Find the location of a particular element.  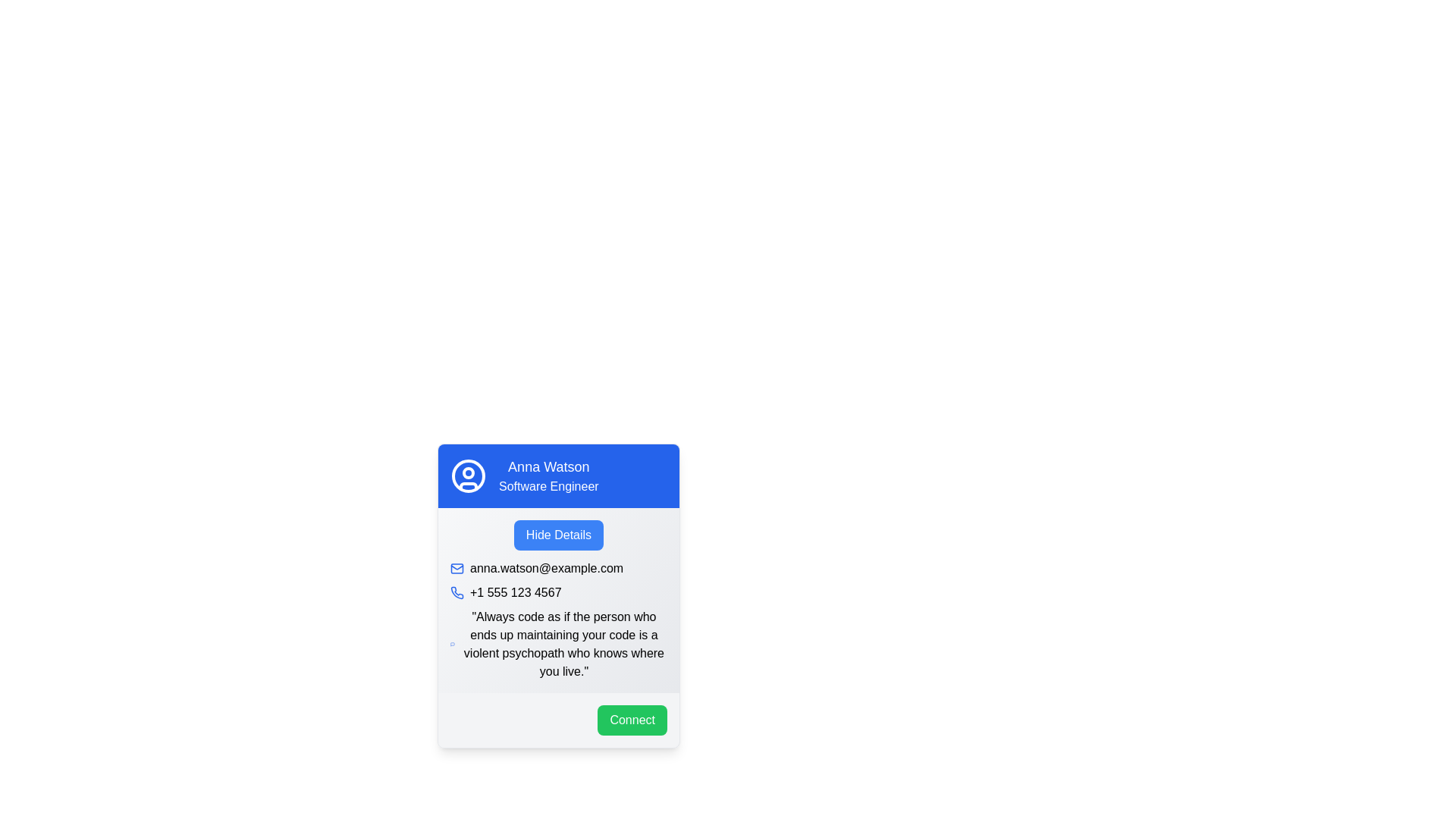

the text display showing the phone number '+1 555 123 4567', which is located adjacent to a blue phone icon within a vertical card layout is located at coordinates (516, 592).